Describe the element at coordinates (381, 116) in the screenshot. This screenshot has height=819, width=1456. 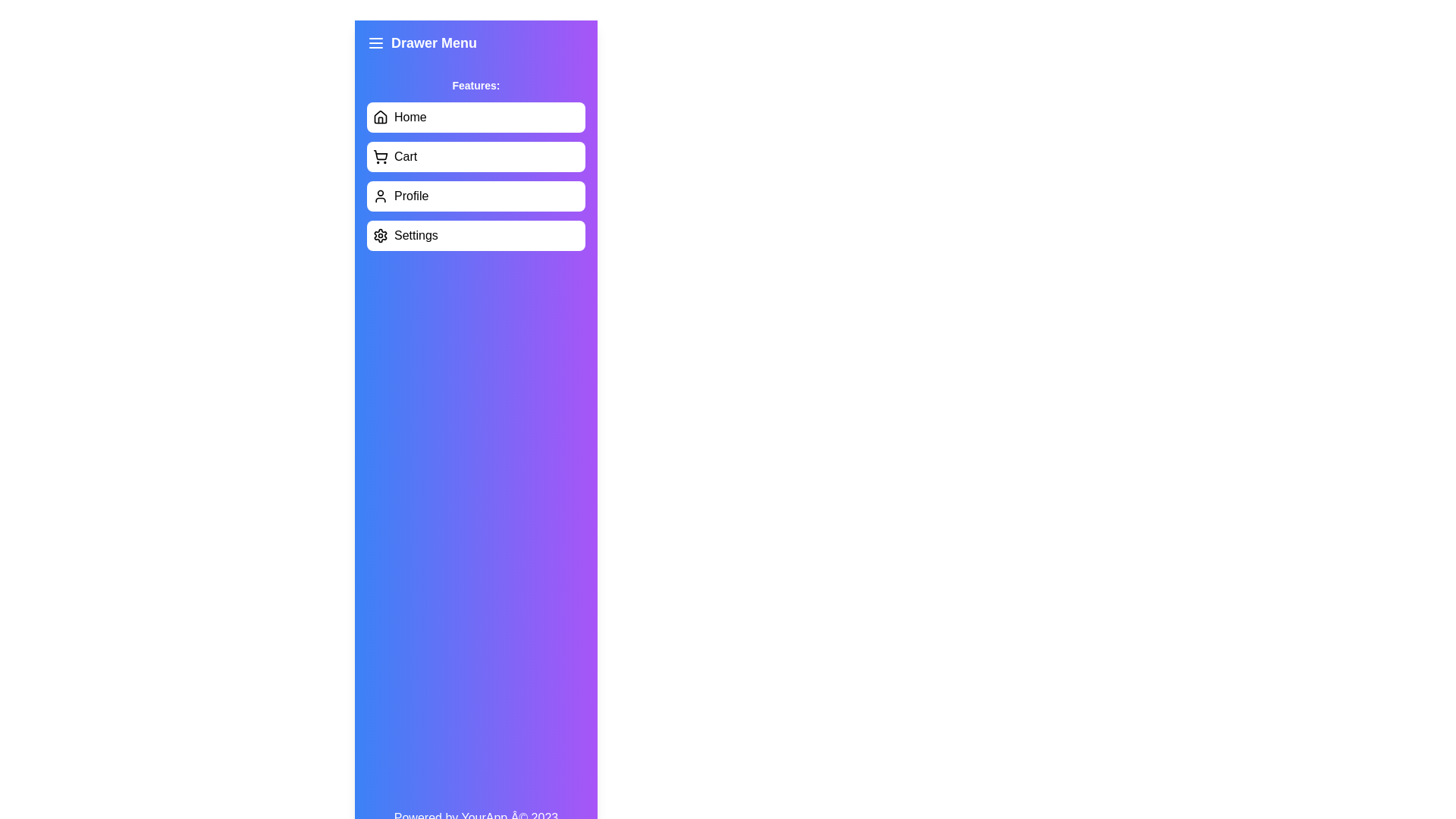
I see `the house-shaped SVG icon located within the 'Home' button at the top of the options list under the 'Features' heading` at that location.